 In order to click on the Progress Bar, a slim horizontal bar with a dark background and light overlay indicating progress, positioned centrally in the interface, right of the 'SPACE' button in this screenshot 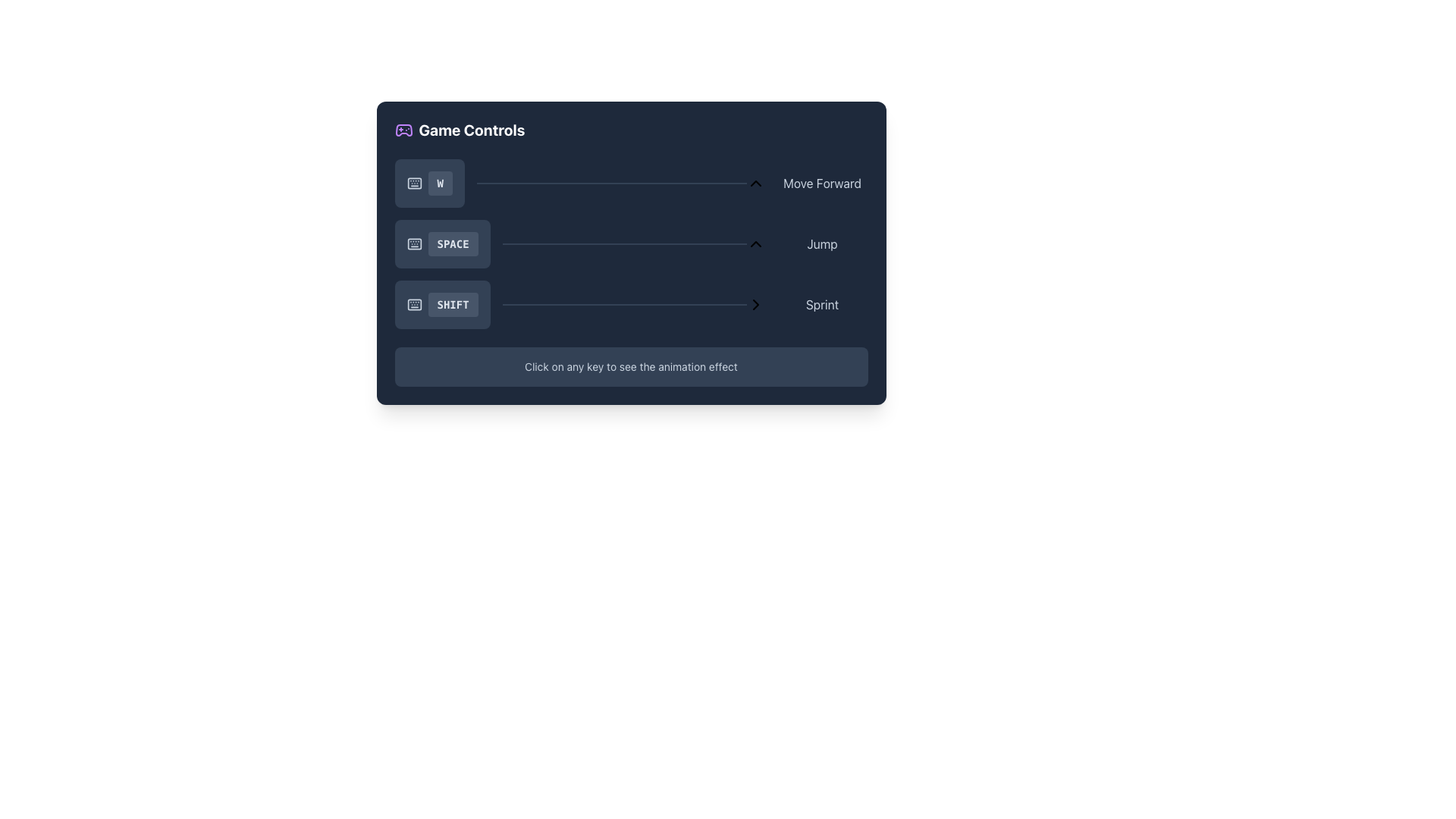, I will do `click(624, 243)`.